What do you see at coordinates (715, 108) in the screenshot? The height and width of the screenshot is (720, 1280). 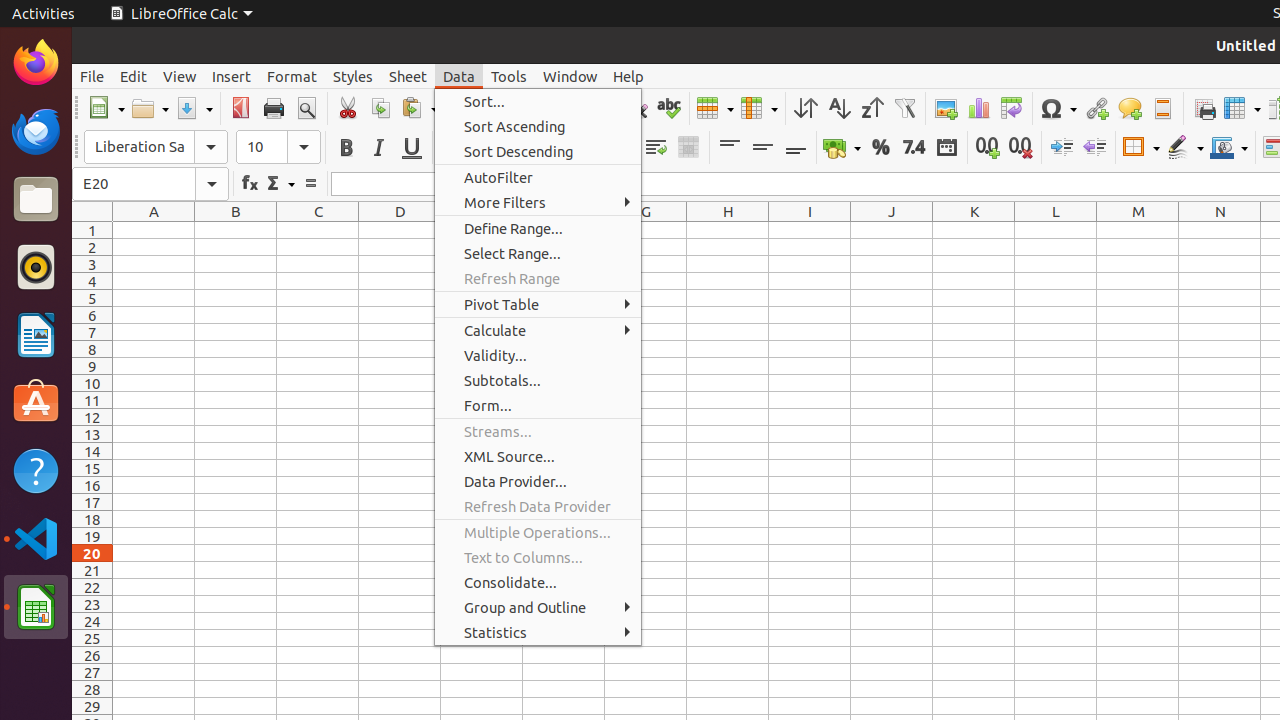 I see `'Row'` at bounding box center [715, 108].